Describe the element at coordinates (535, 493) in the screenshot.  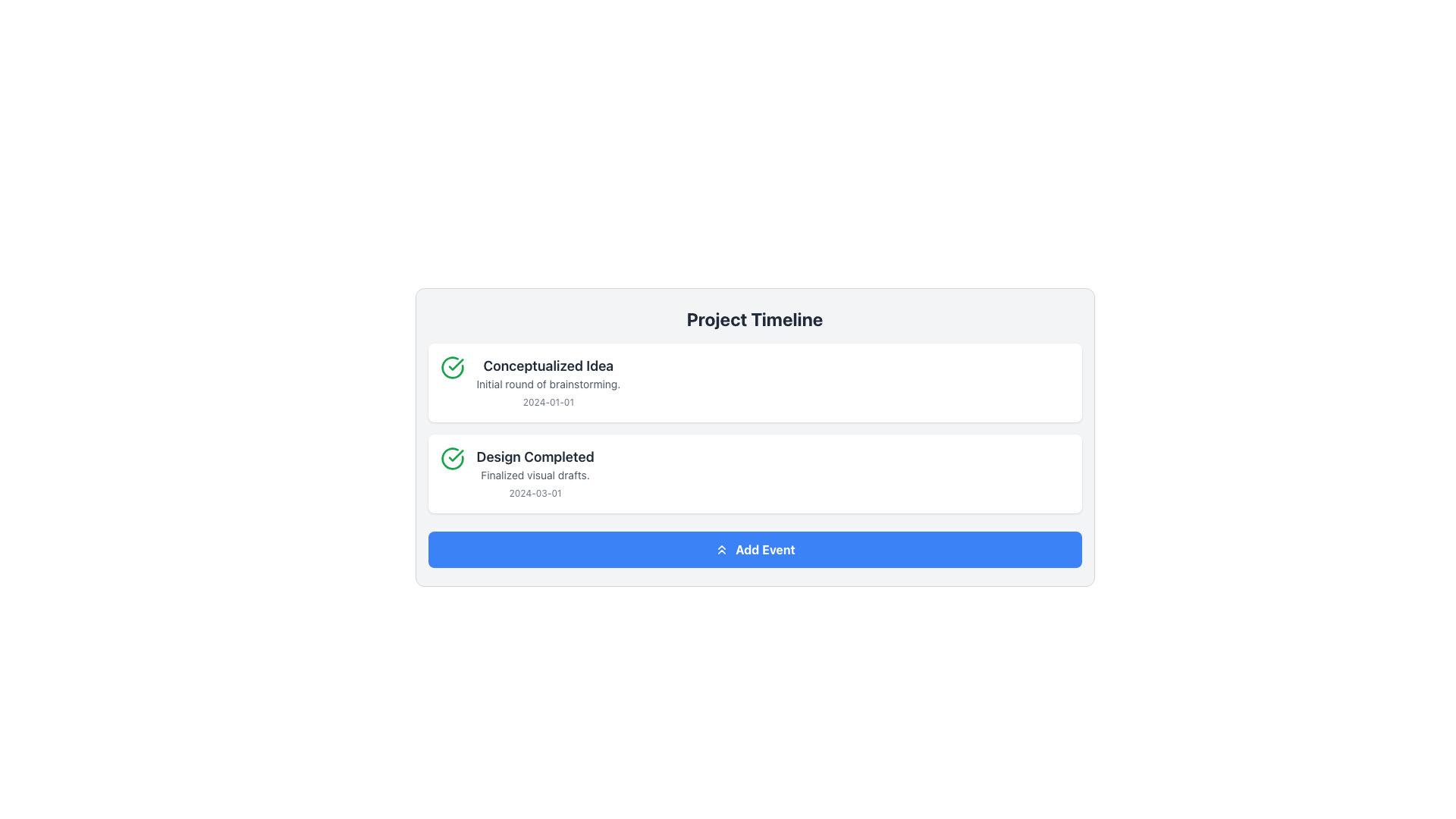
I see `the static text label displaying the date '2024-03-01' in gray, located near the bottom-right of the 'Design Completed' milestone section, beneath 'Finalized visual drafts.'` at that location.